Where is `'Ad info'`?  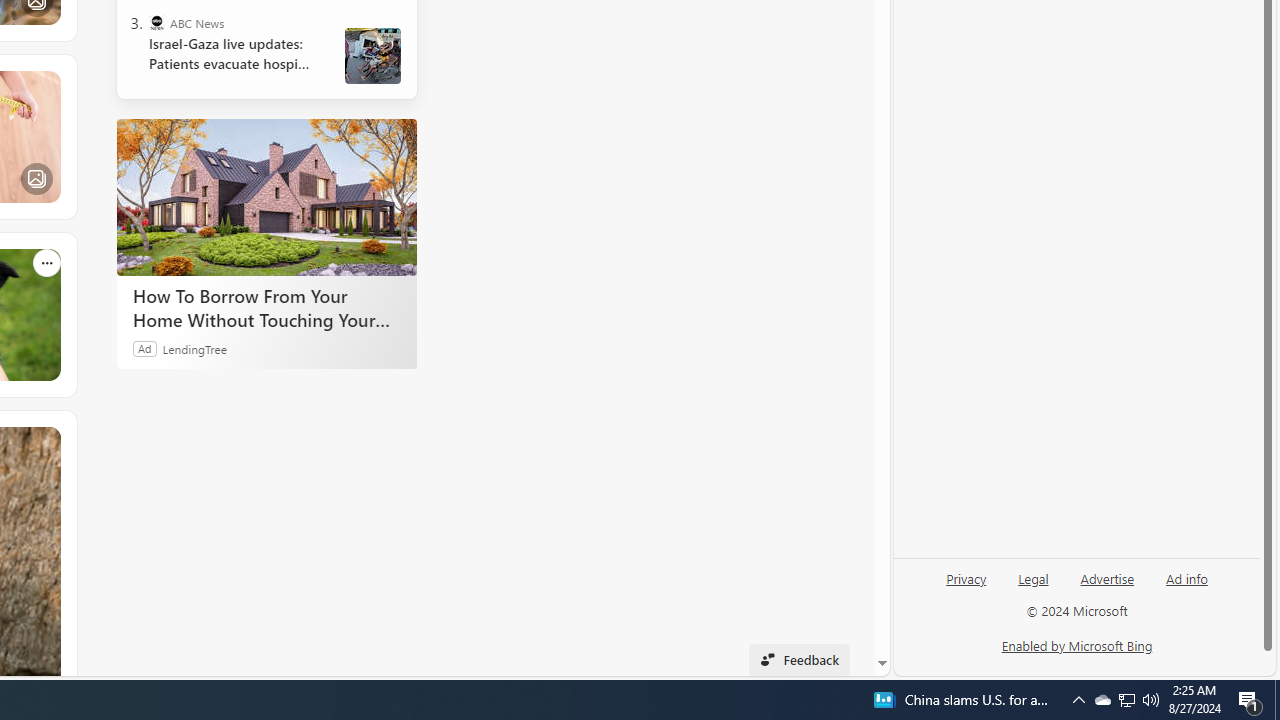
'Ad info' is located at coordinates (1186, 585).